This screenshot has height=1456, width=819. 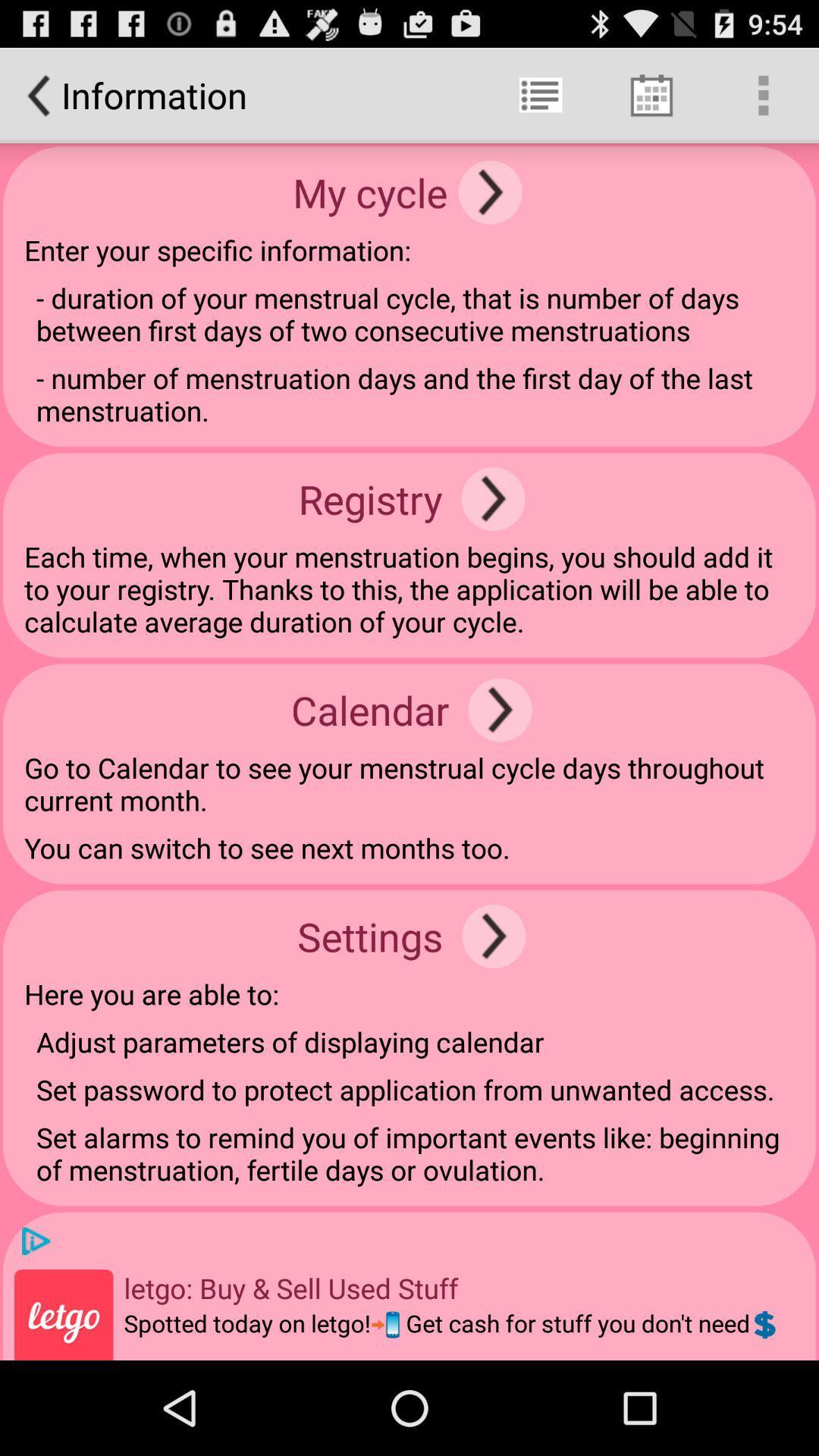 What do you see at coordinates (493, 499) in the screenshot?
I see `app above the each time when item` at bounding box center [493, 499].